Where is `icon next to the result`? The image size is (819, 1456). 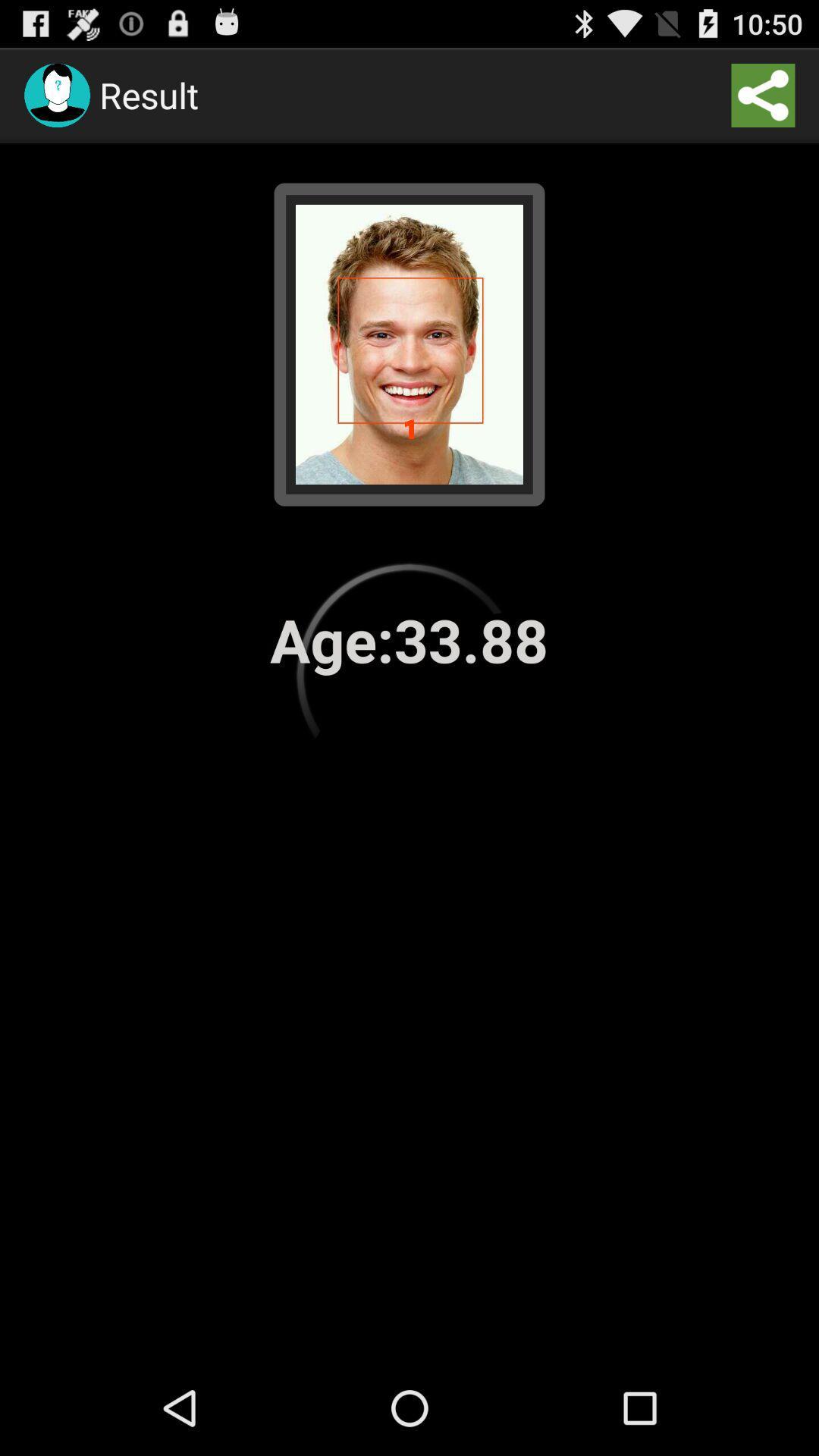 icon next to the result is located at coordinates (763, 94).